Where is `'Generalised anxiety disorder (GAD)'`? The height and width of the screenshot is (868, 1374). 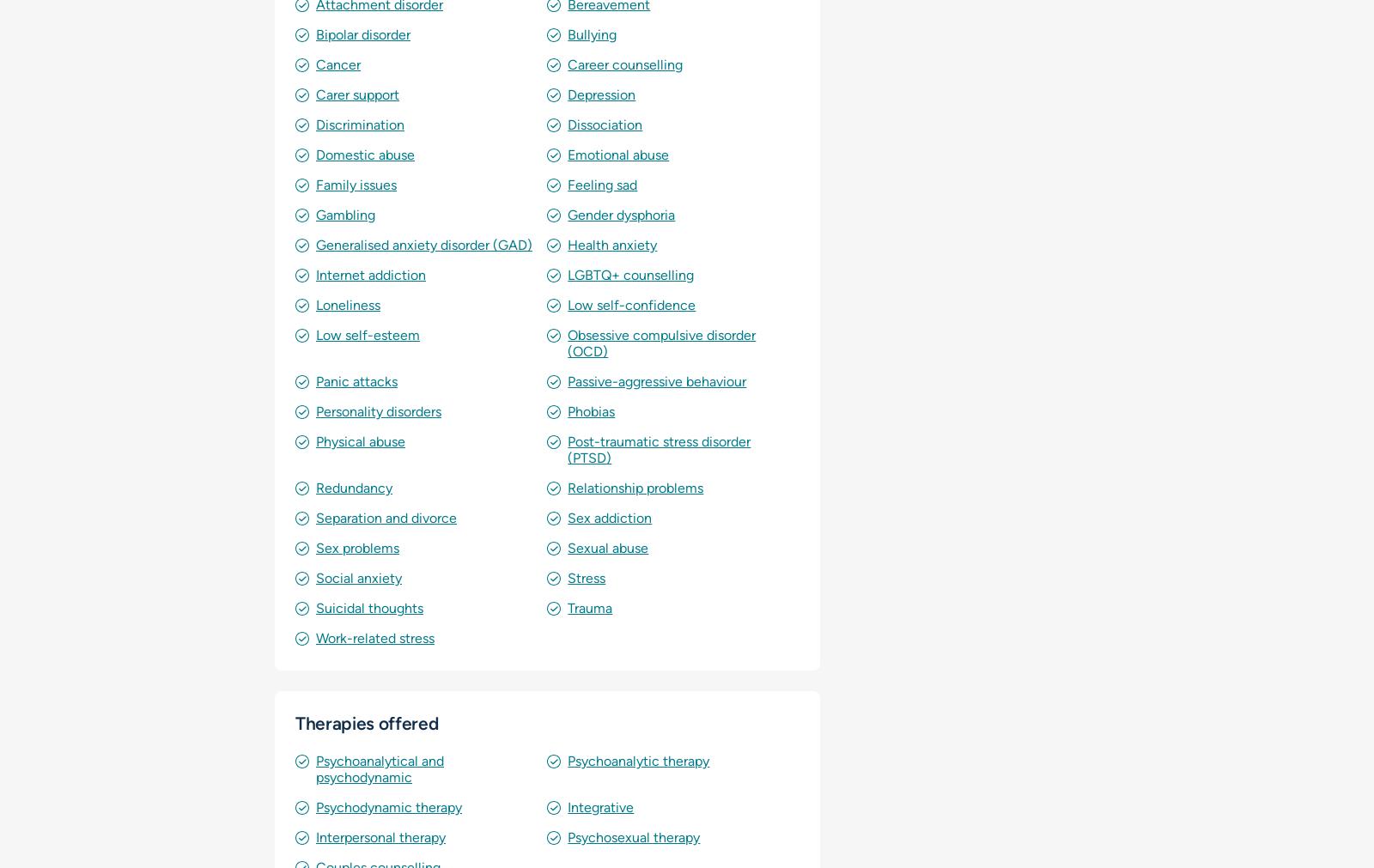
'Generalised anxiety disorder (GAD)' is located at coordinates (316, 245).